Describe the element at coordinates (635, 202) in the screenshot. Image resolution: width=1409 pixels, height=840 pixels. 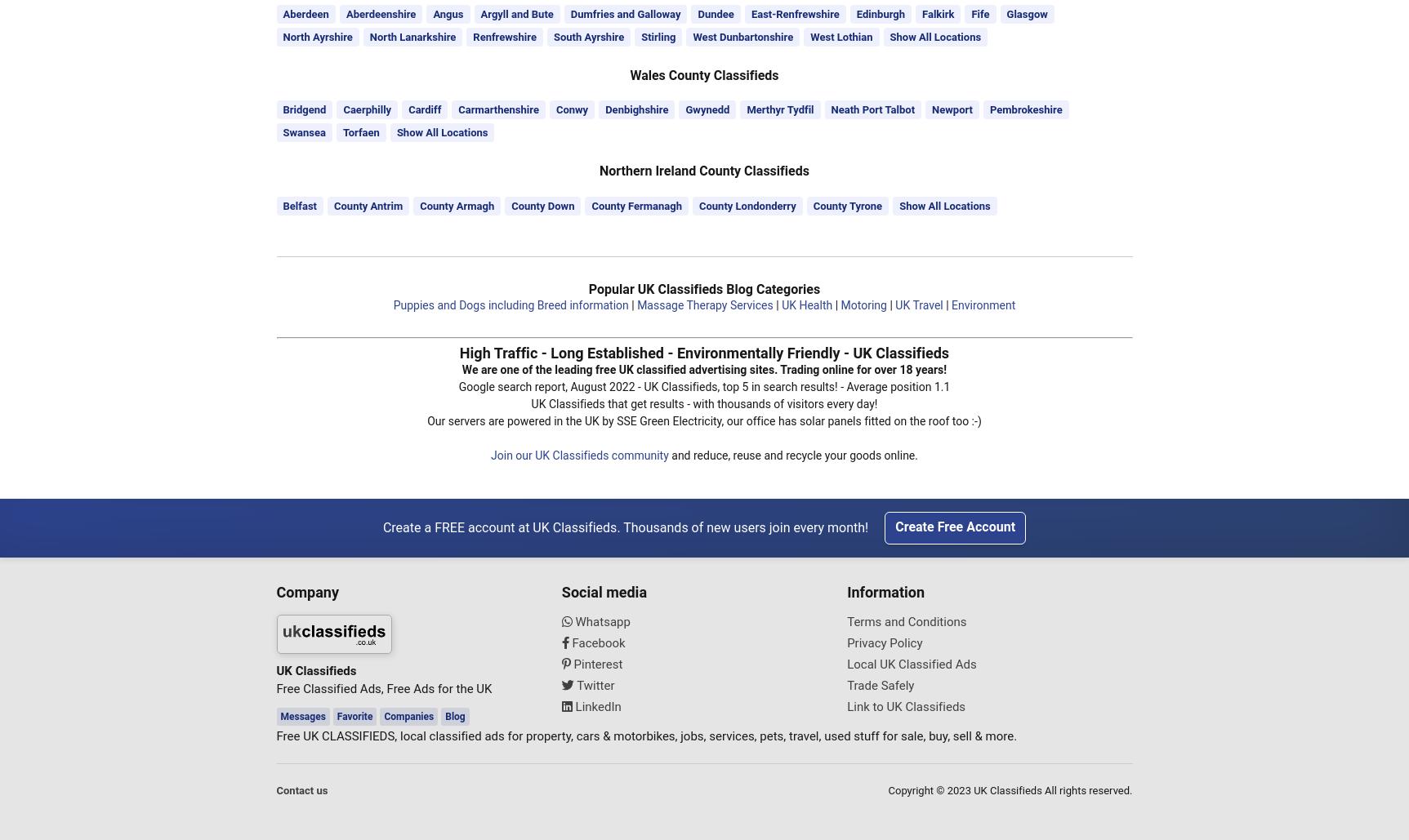
I see `'County Fermanagh'` at that location.